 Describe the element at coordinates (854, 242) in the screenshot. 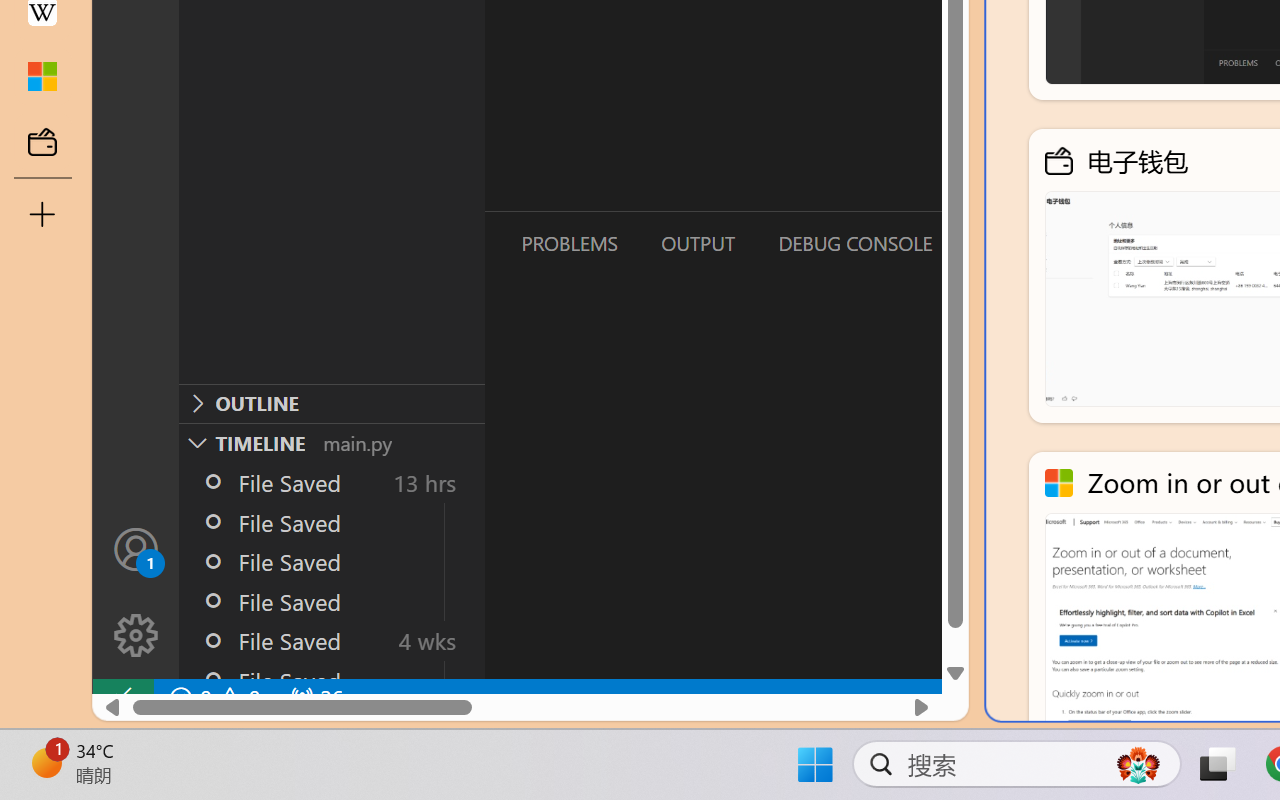

I see `'Debug Console (Ctrl+Shift+Y)'` at that location.